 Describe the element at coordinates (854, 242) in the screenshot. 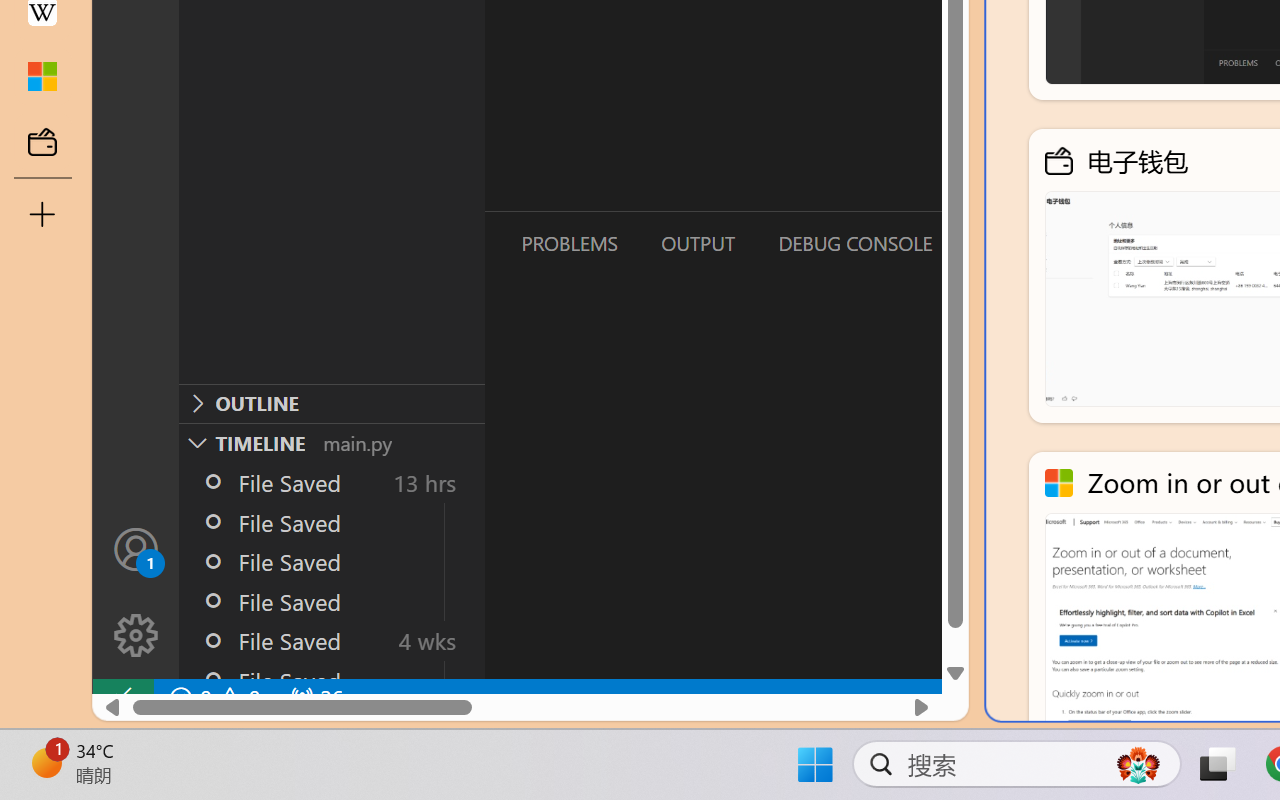

I see `'Debug Console (Ctrl+Shift+Y)'` at that location.